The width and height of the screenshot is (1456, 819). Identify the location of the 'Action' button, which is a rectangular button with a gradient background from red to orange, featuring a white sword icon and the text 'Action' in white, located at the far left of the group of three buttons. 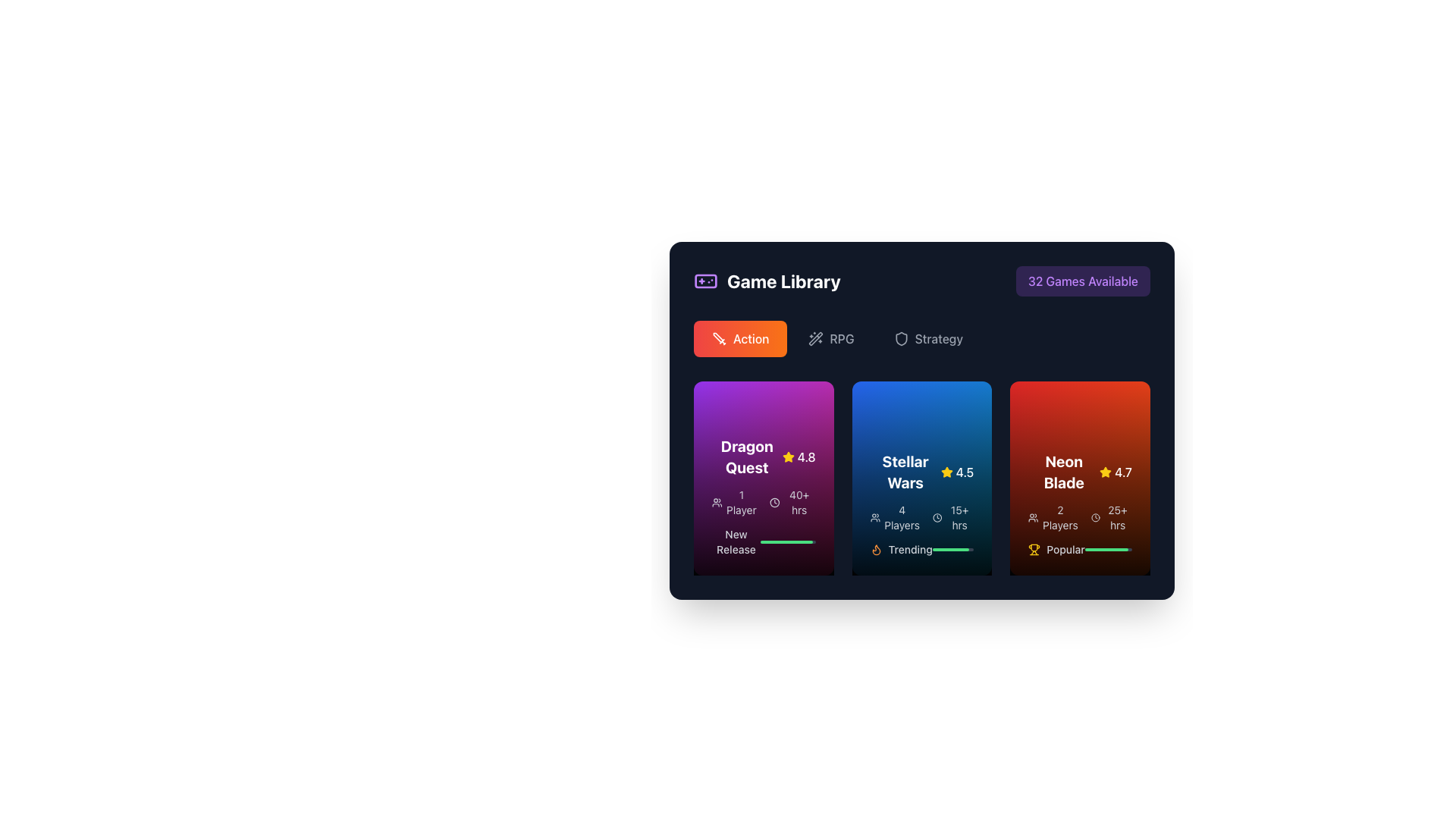
(740, 338).